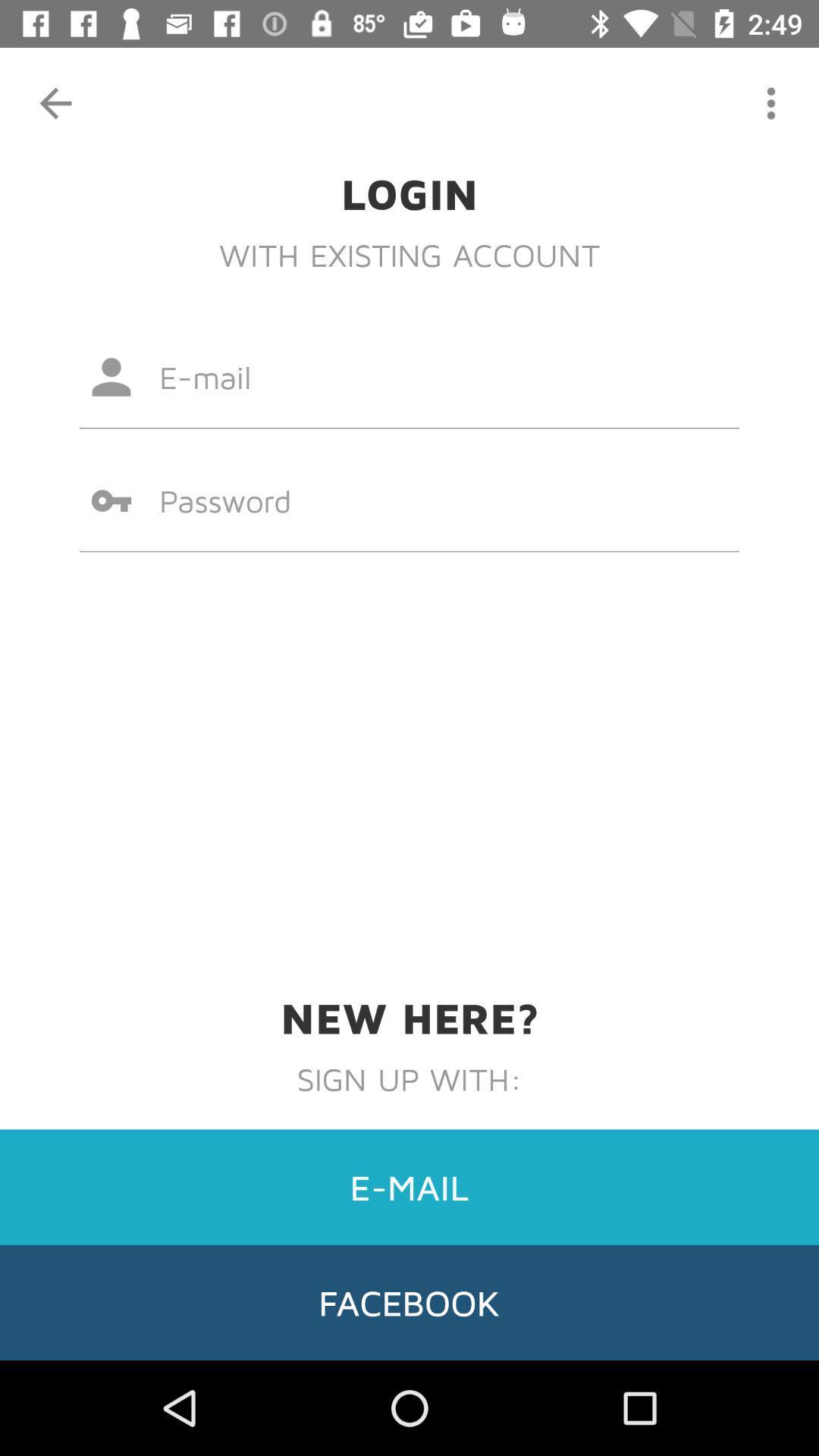 The width and height of the screenshot is (819, 1456). Describe the element at coordinates (55, 102) in the screenshot. I see `icon above login icon` at that location.